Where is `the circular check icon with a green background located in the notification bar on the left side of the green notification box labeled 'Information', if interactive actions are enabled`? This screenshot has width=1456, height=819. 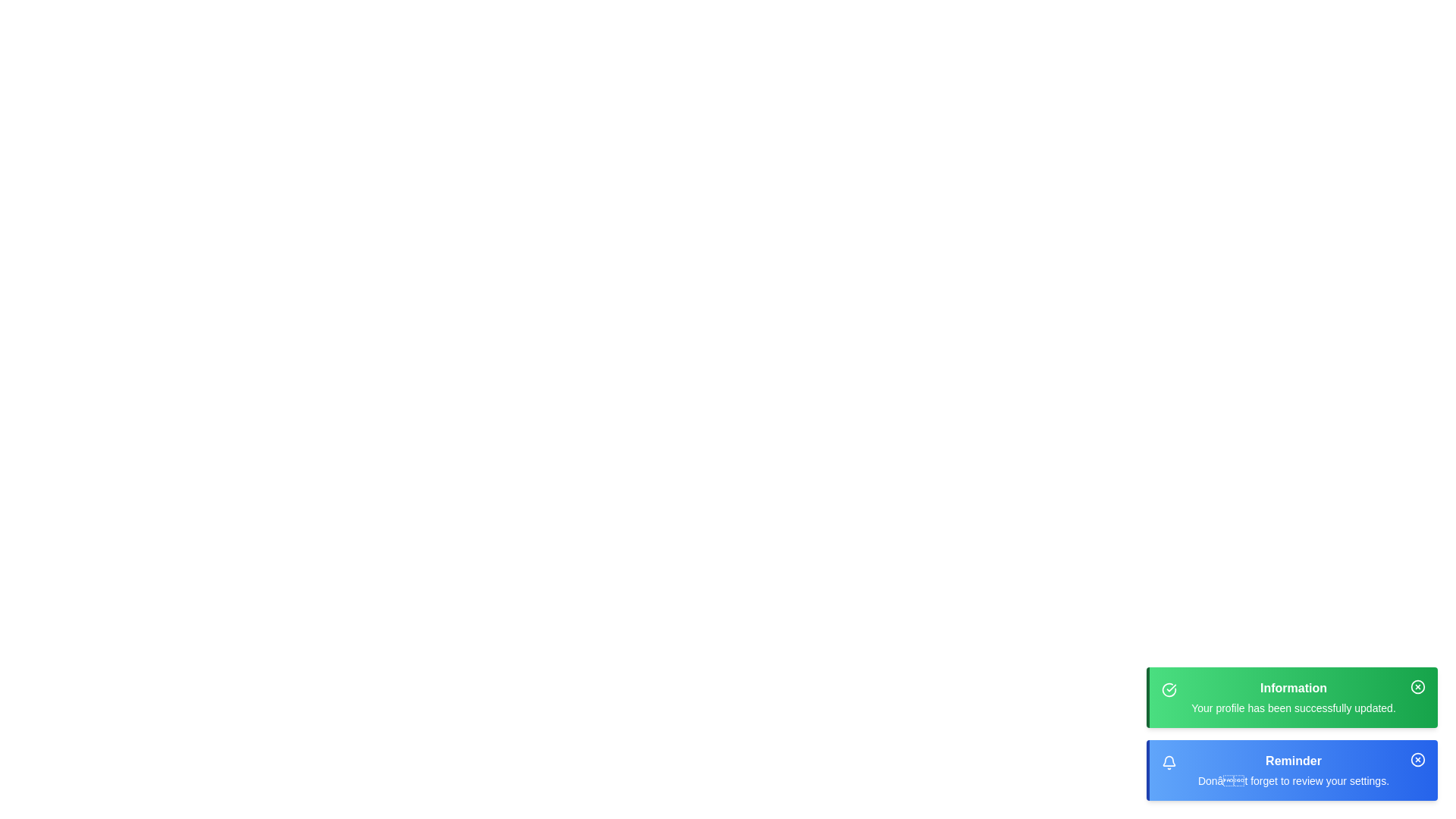
the circular check icon with a green background located in the notification bar on the left side of the green notification box labeled 'Information', if interactive actions are enabled is located at coordinates (1168, 690).